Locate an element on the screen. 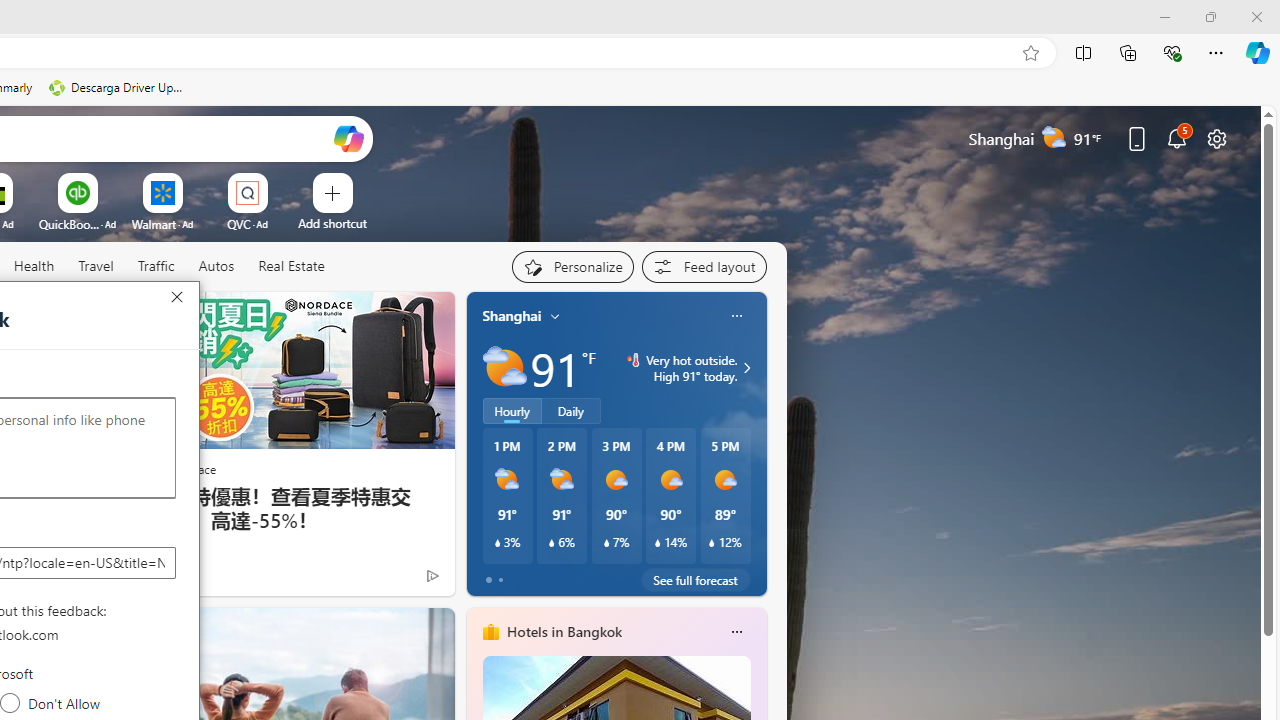 The width and height of the screenshot is (1280, 720). 'Hotels in Bangkok' is located at coordinates (562, 631).